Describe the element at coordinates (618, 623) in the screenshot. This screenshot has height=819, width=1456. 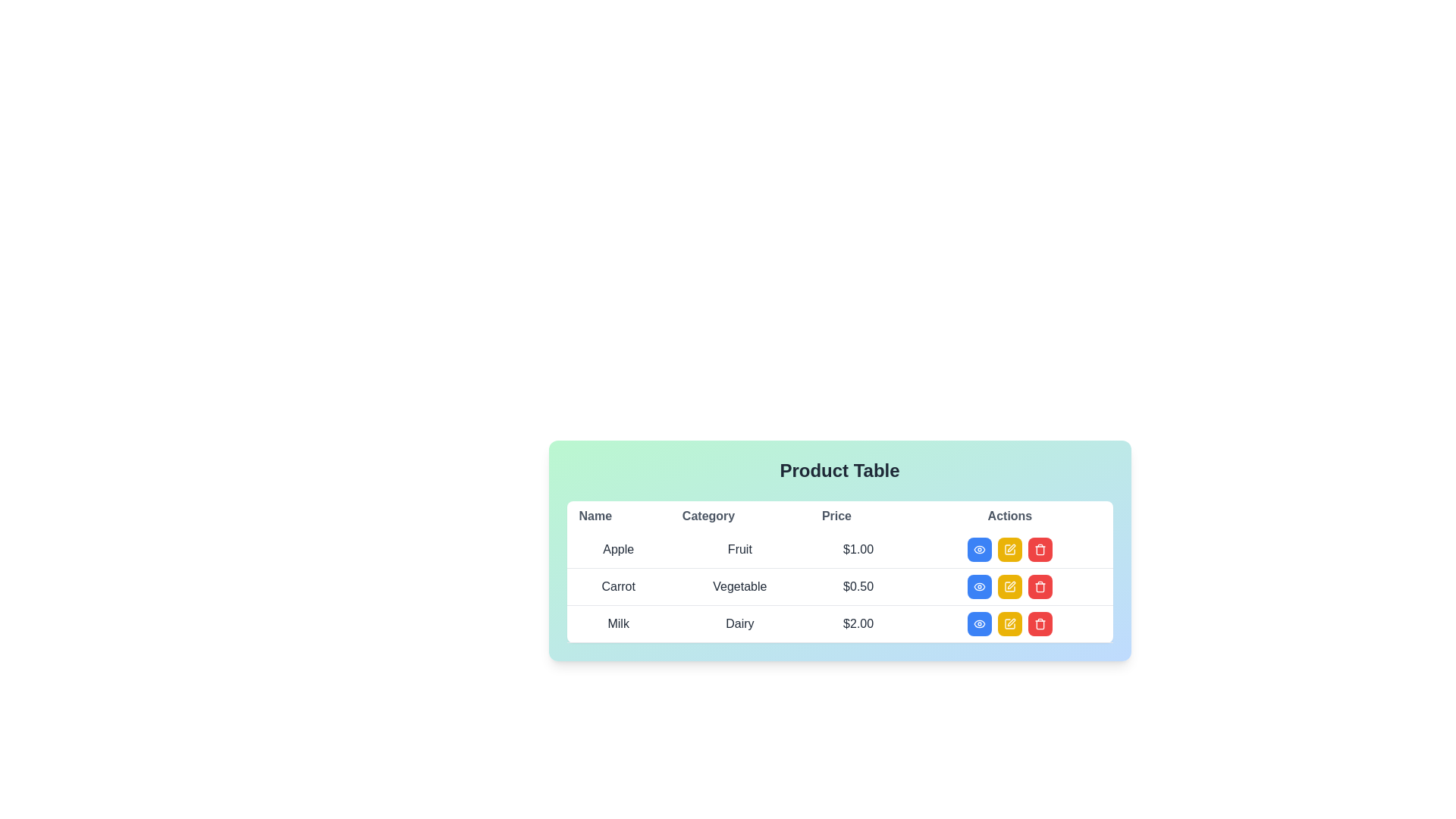
I see `the text label representing the product name in the 'Product Table', located in the first column of the third row, adjacent to the cells displaying 'Dairy' and '$2.00'` at that location.